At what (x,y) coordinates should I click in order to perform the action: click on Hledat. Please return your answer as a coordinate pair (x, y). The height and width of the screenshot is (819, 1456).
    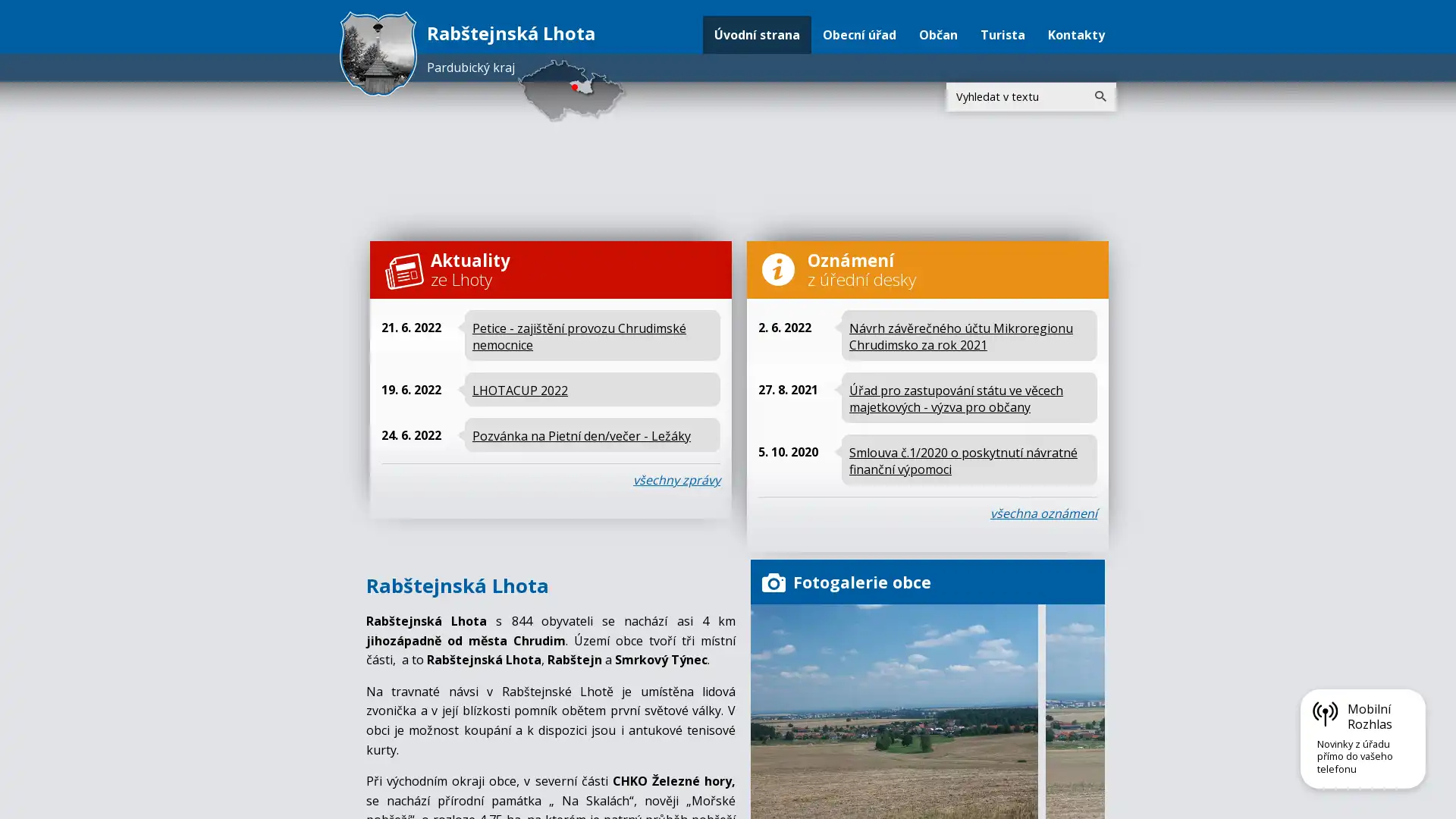
    Looking at the image, I should click on (1100, 96).